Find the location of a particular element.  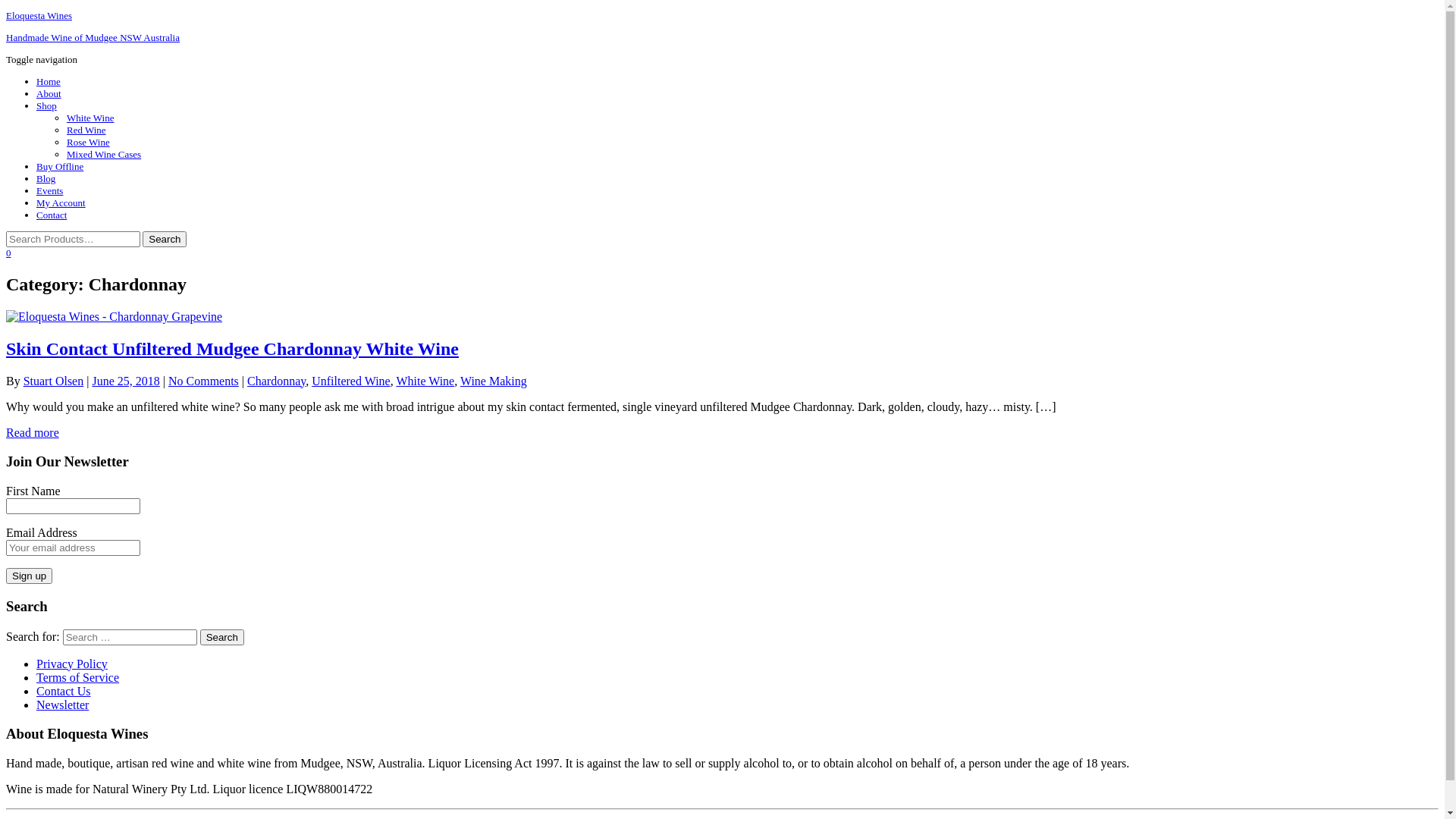

'Contact Us' is located at coordinates (36, 690).